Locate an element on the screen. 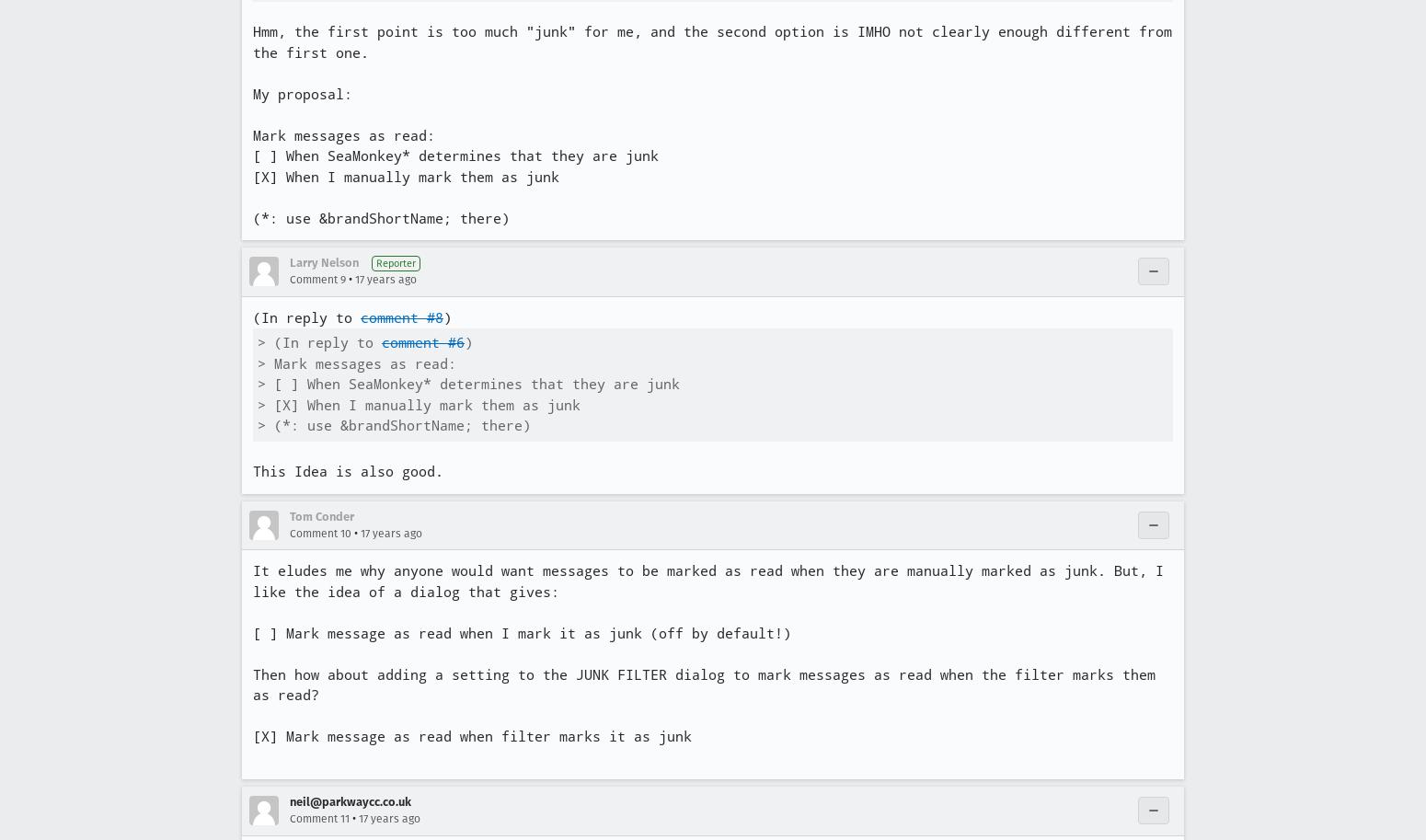 The image size is (1426, 840). '+<!ENTITY markAsRead.intro               "Mark messages determined to be junk as read:">' is located at coordinates (583, 107).